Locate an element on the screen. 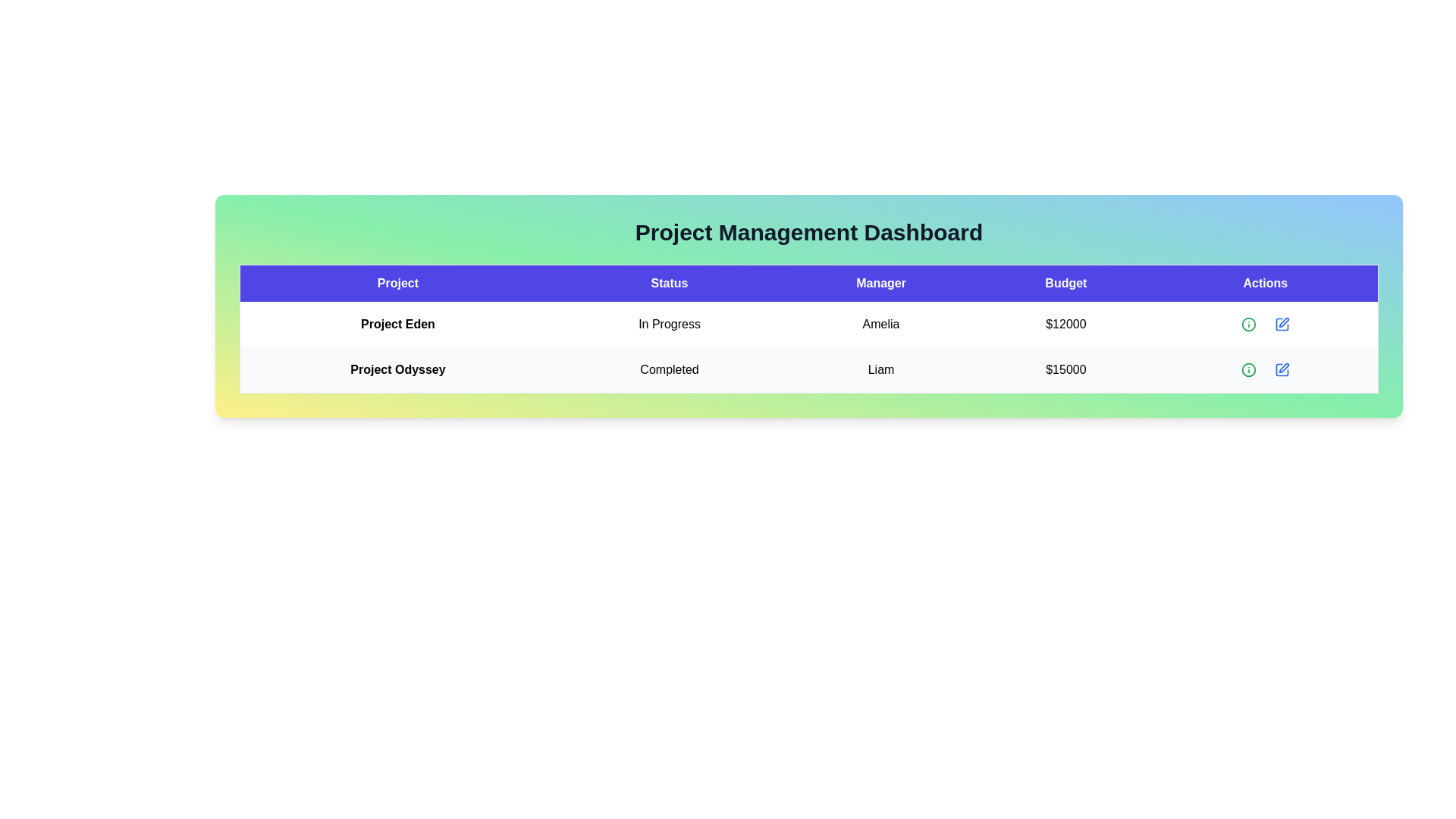 The height and width of the screenshot is (819, 1456). the 'Budget' static text label, which is a bold white text on a solid blue background, located as the fourth item in the navigation bar among 'Project', 'Status', 'Manager', and 'Actions' is located at coordinates (1065, 283).